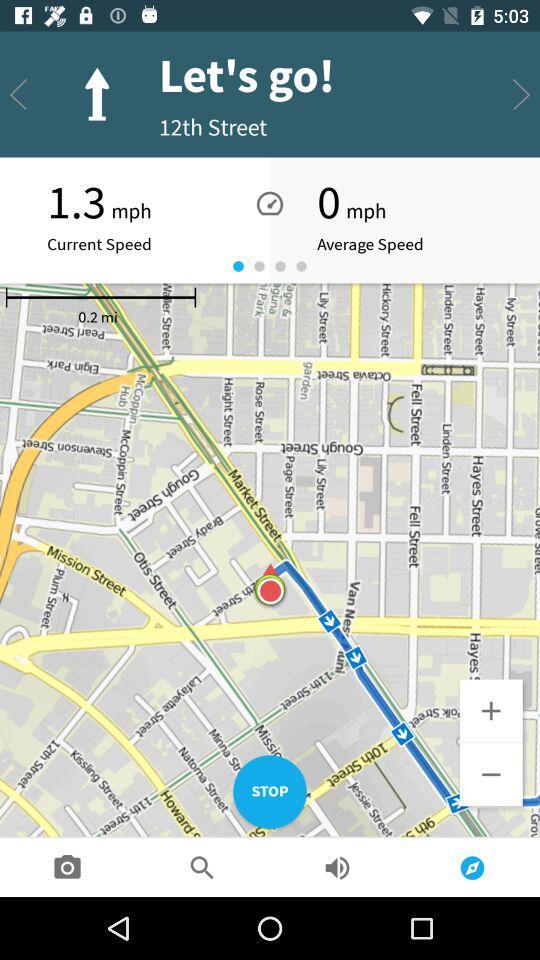  I want to click on the send icon, so click(521, 94).